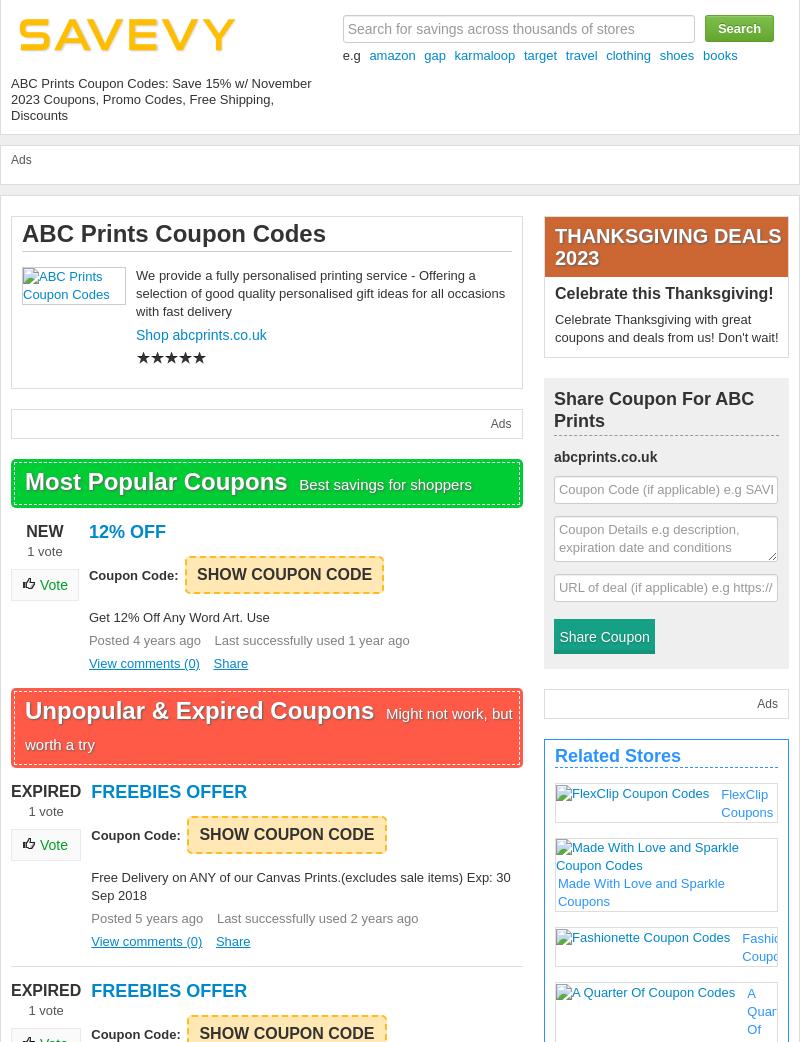  I want to click on 'Most Popular Coupons', so click(159, 481).